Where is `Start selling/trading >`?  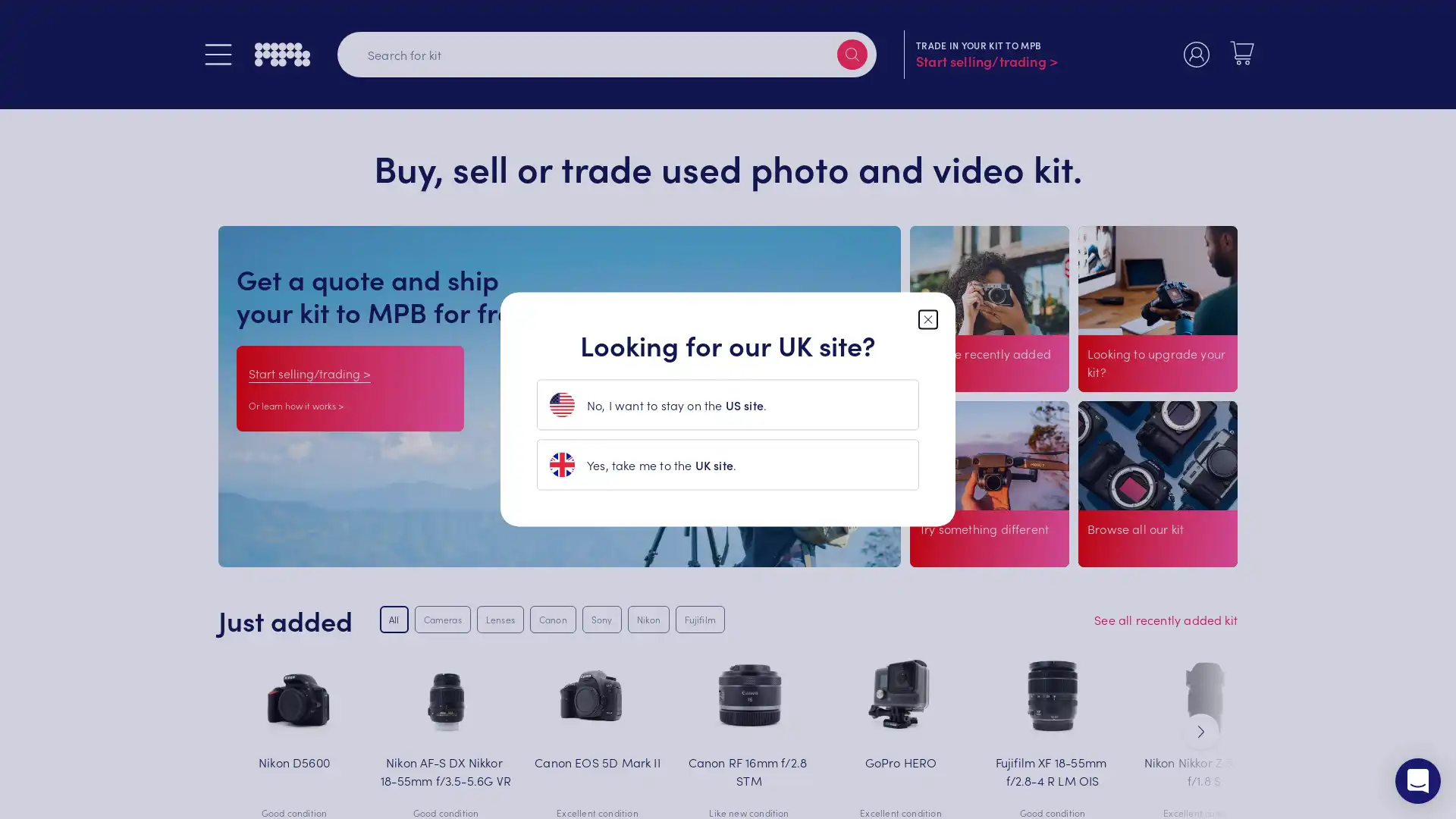
Start selling/trading > is located at coordinates (309, 372).